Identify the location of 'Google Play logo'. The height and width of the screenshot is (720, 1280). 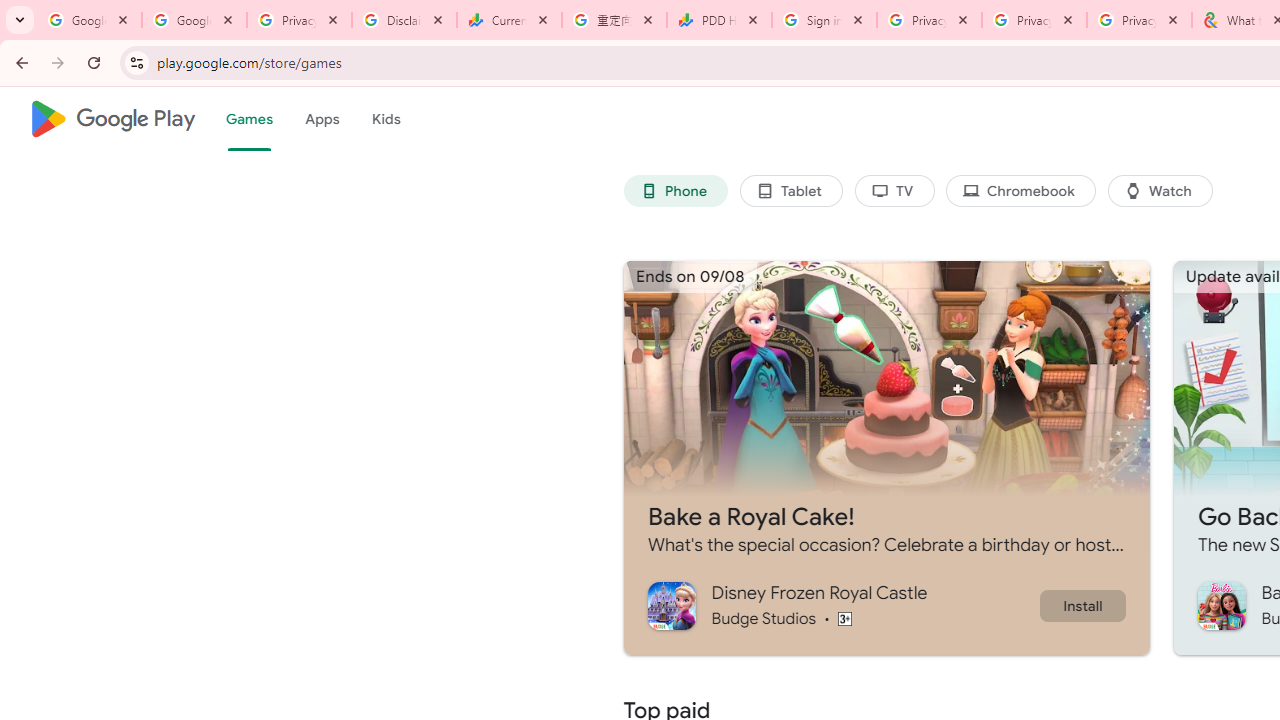
(111, 119).